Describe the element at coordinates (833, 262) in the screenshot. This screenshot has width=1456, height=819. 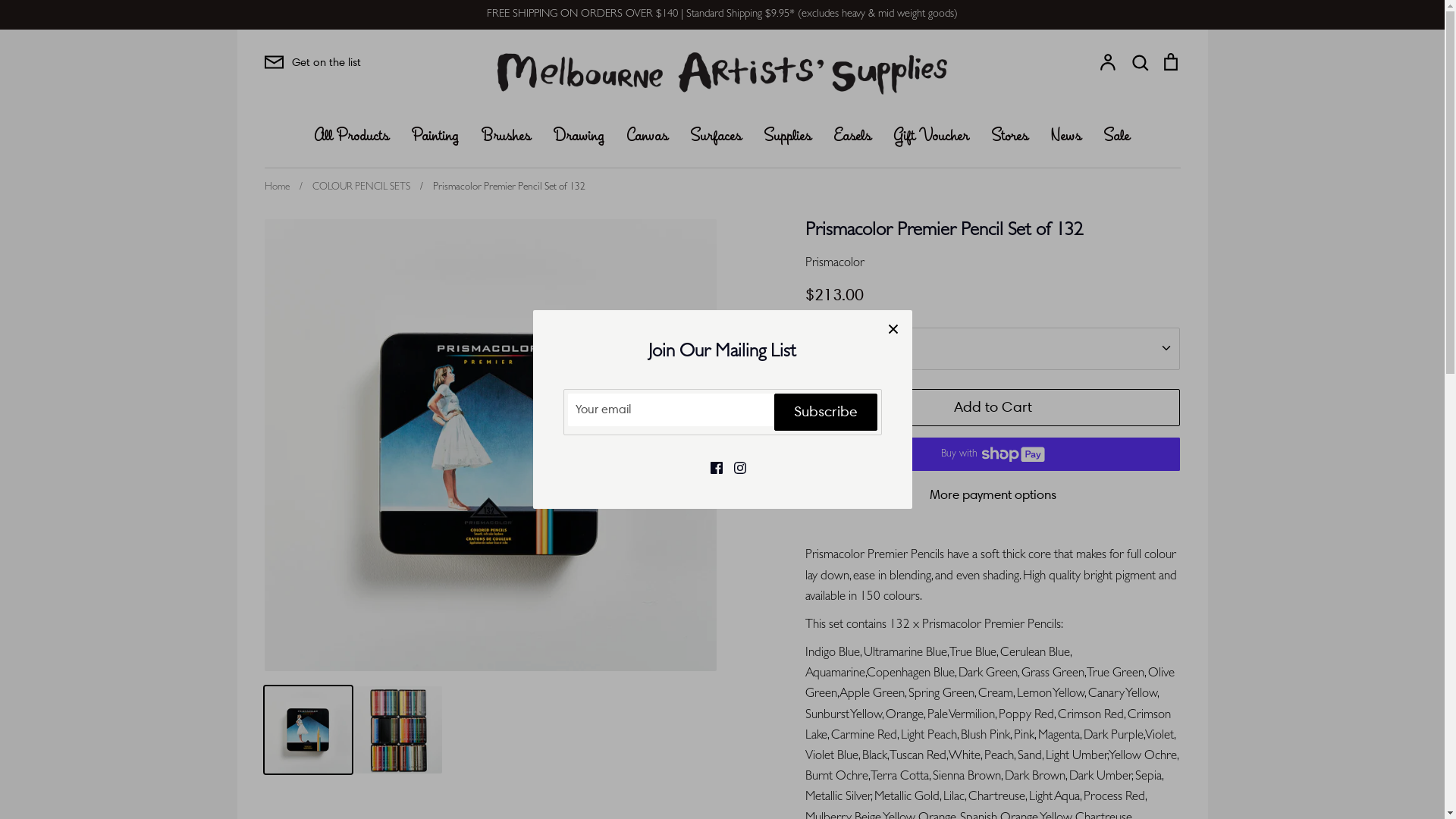
I see `'Prismacolor'` at that location.